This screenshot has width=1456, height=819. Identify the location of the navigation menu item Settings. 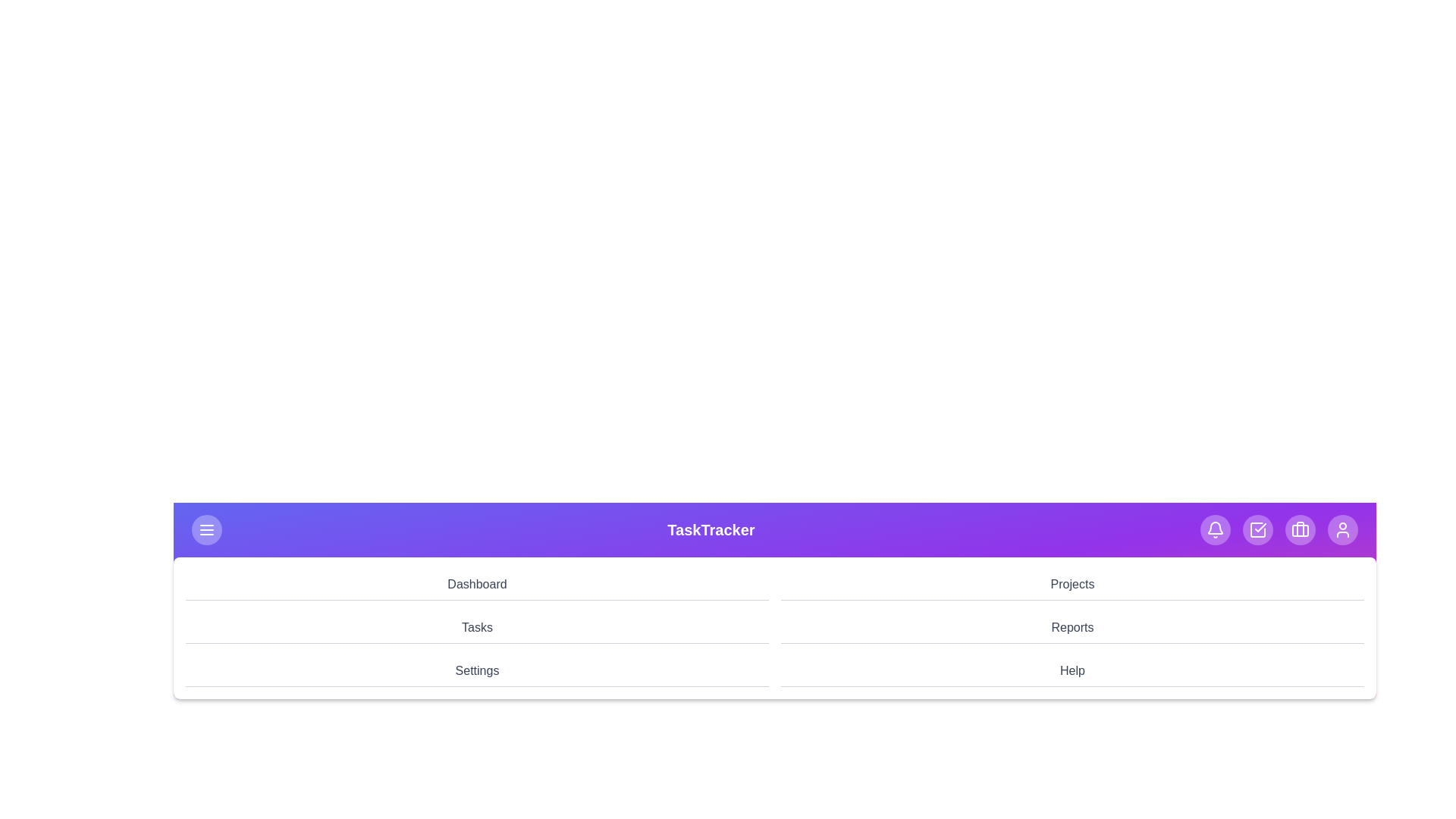
(476, 670).